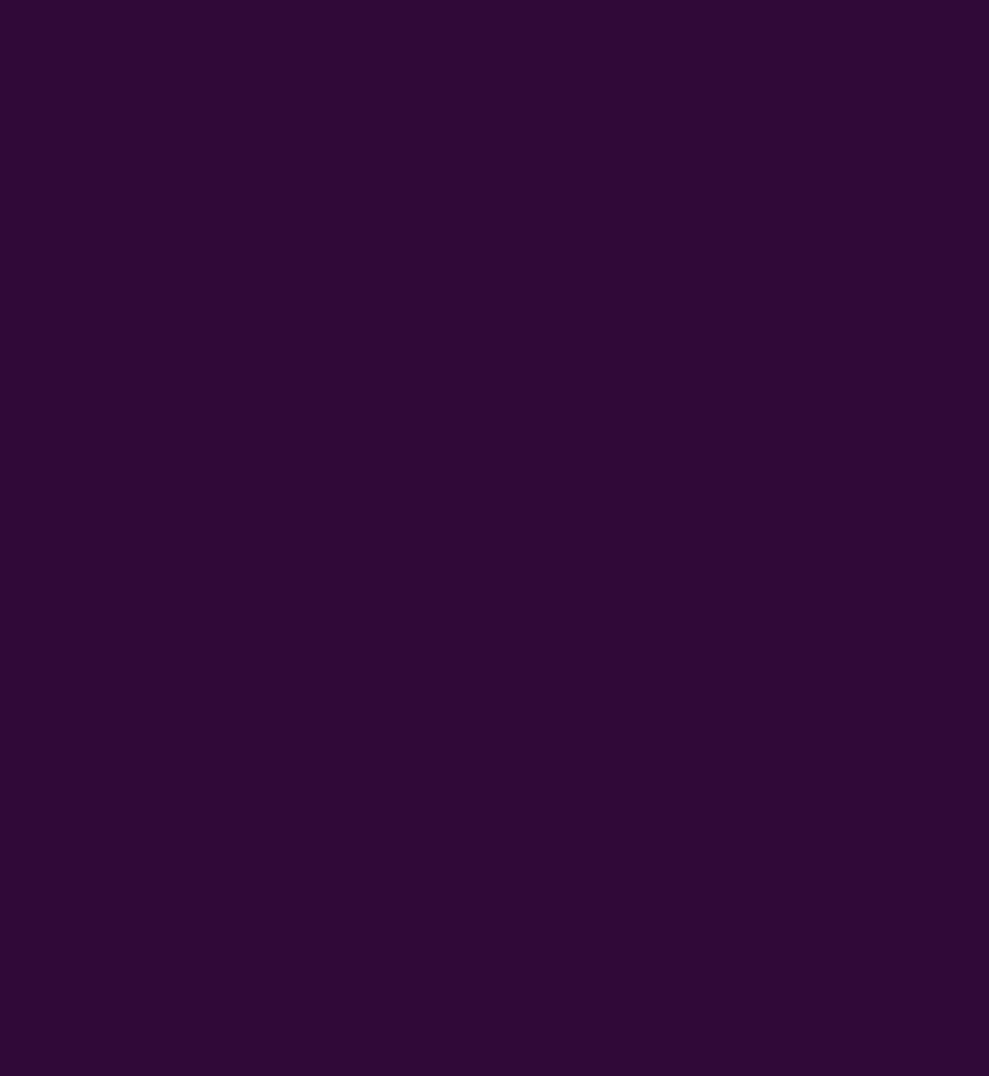  What do you see at coordinates (174, 628) in the screenshot?
I see `'Jackpot Games'` at bounding box center [174, 628].